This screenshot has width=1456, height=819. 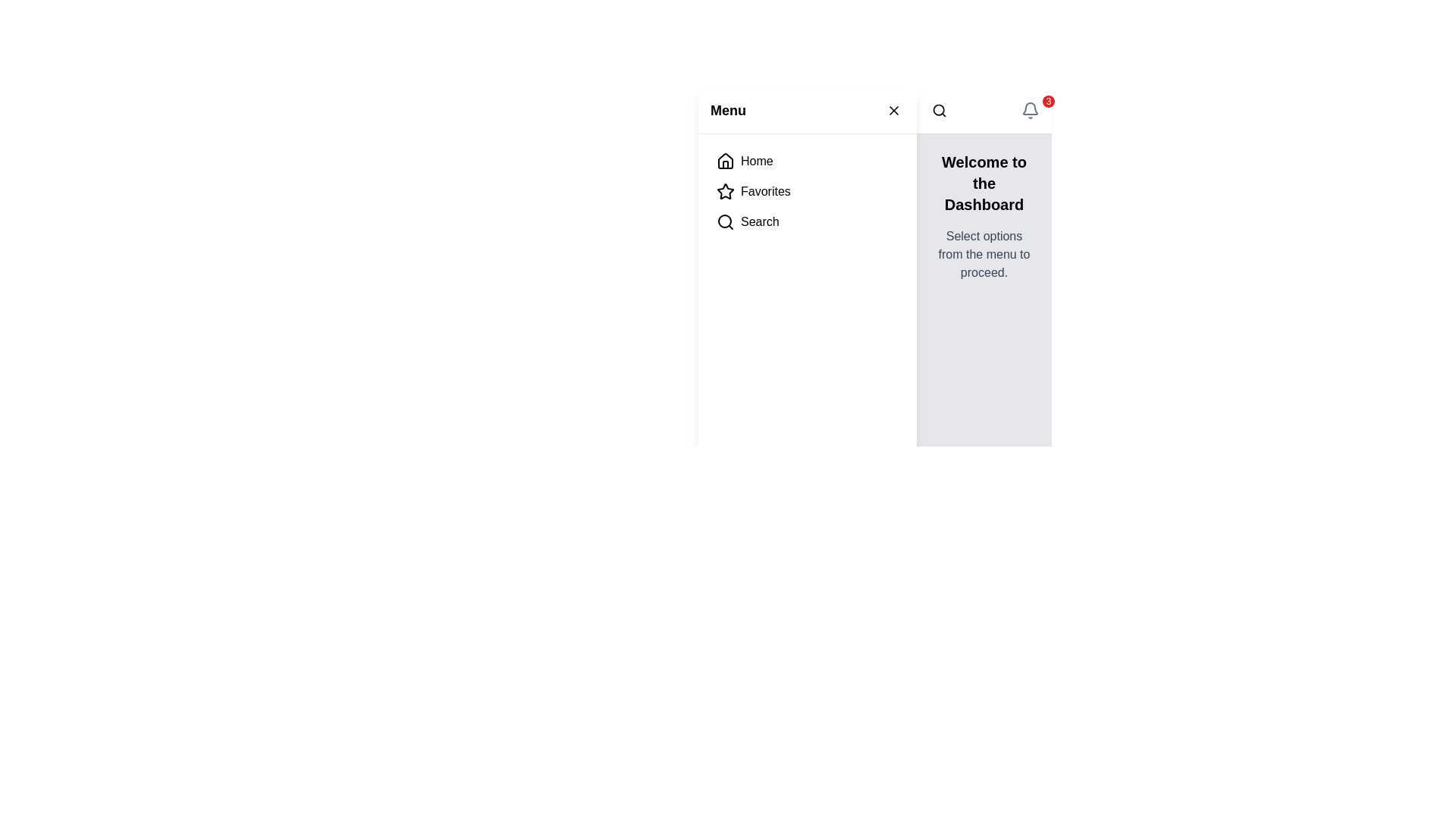 What do you see at coordinates (938, 110) in the screenshot?
I see `the search icon button located at the top right corner of the interface` at bounding box center [938, 110].